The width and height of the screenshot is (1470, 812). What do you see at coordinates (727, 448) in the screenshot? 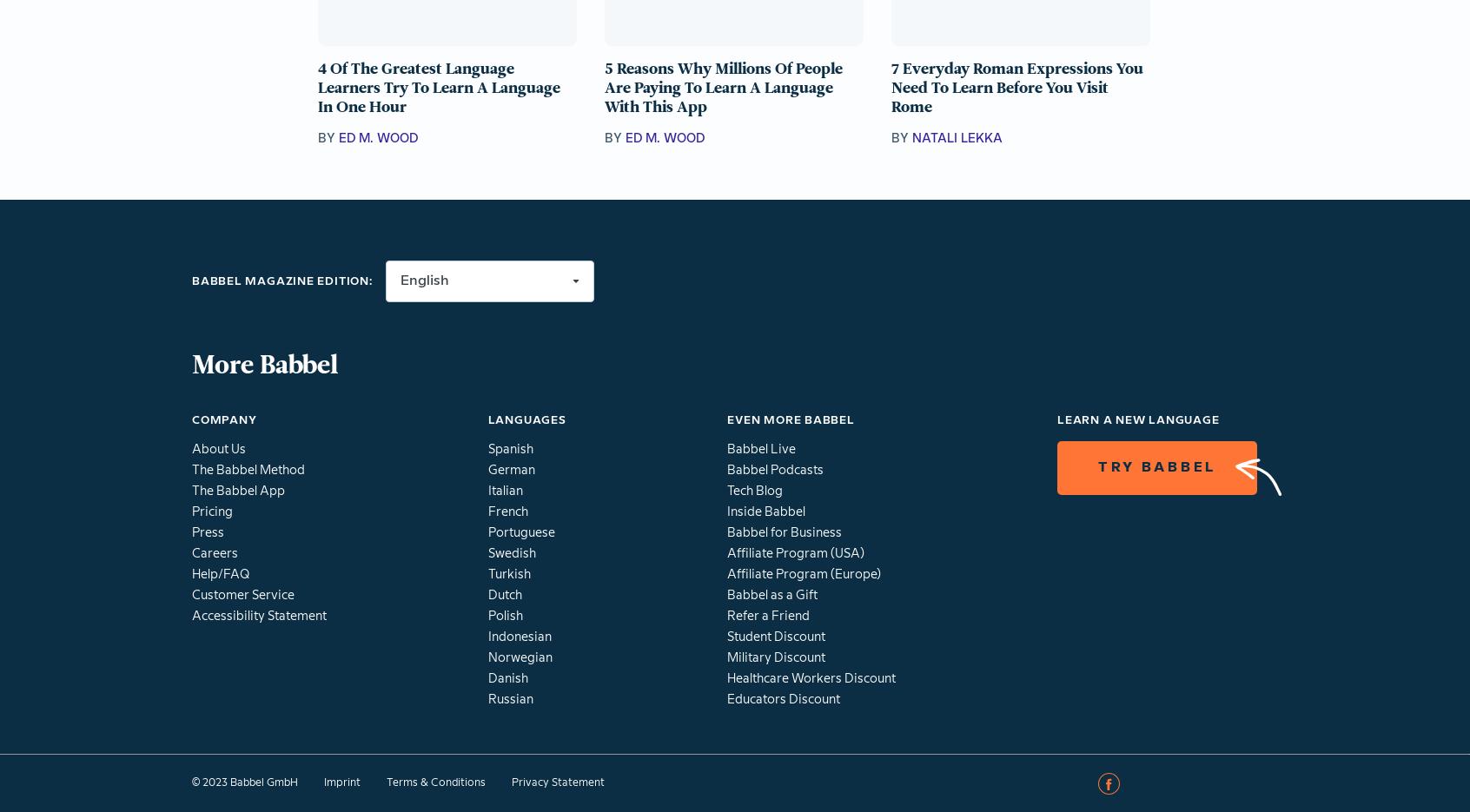
I see `'Babbel Live'` at bounding box center [727, 448].